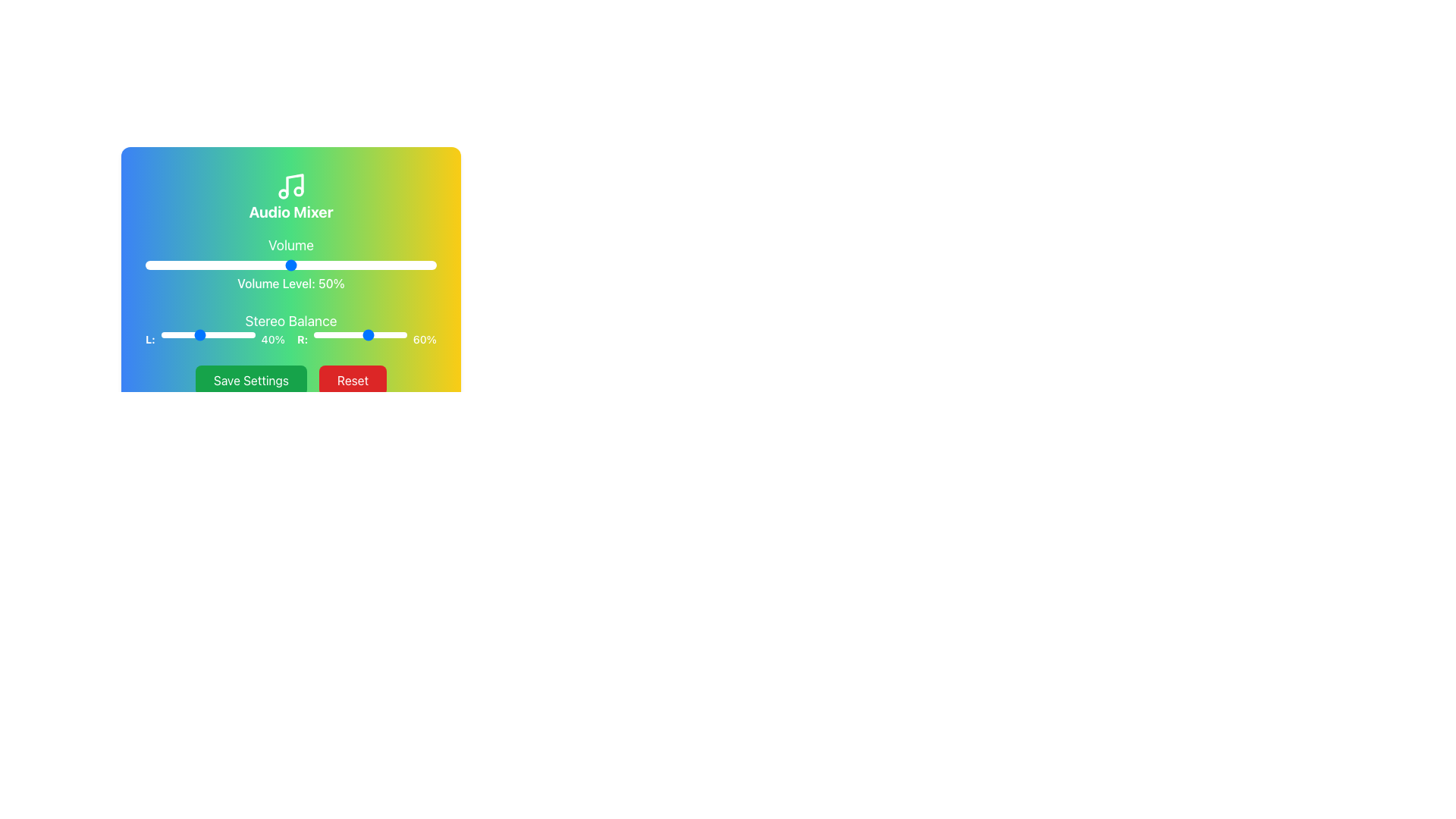 The height and width of the screenshot is (819, 1456). What do you see at coordinates (406, 334) in the screenshot?
I see `the stereo balance` at bounding box center [406, 334].